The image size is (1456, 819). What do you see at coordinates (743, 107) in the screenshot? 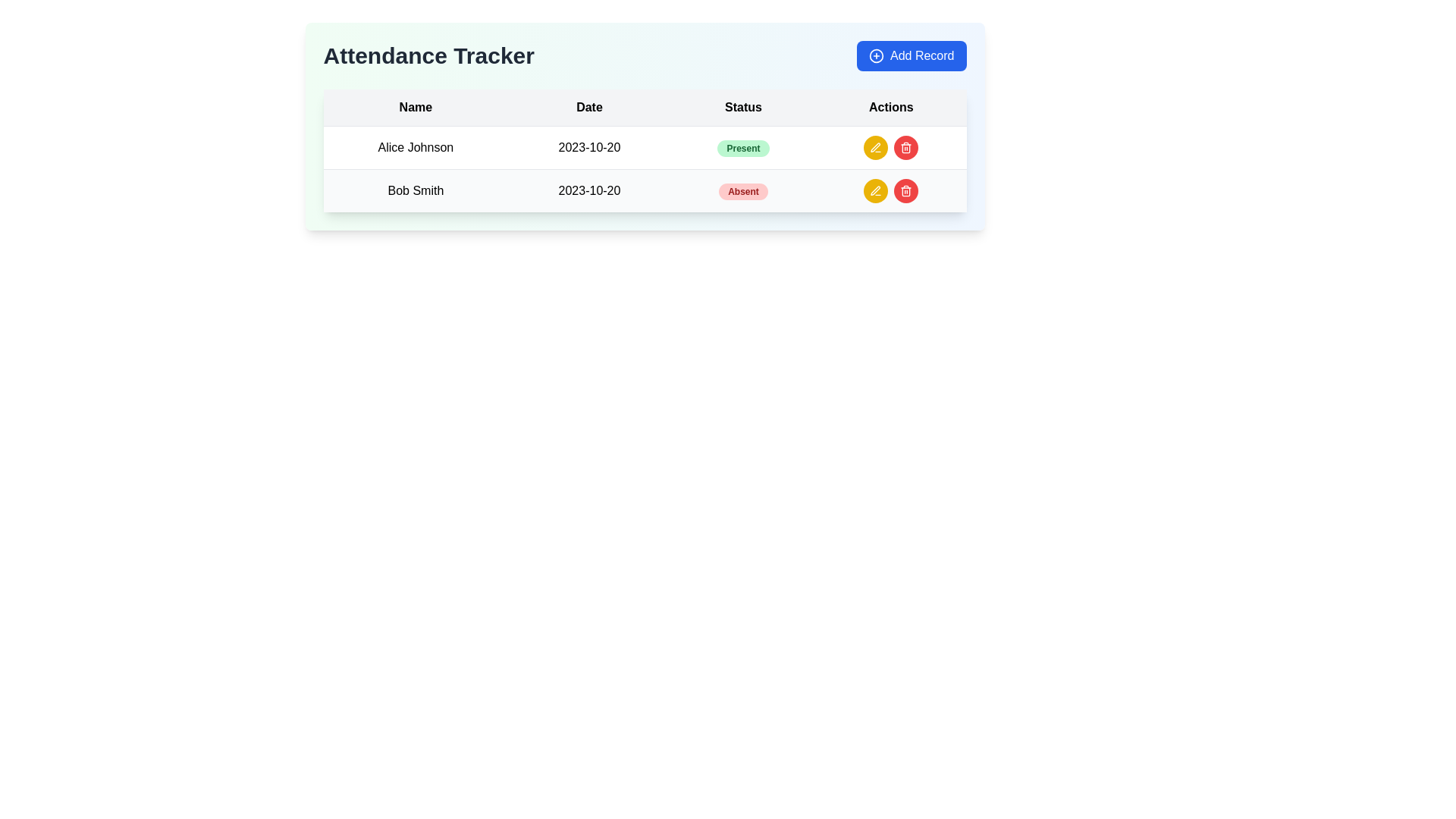
I see `the 'Status' column header cell in the table, which is the third header located between the 'Date' and 'Actions' columns` at bounding box center [743, 107].